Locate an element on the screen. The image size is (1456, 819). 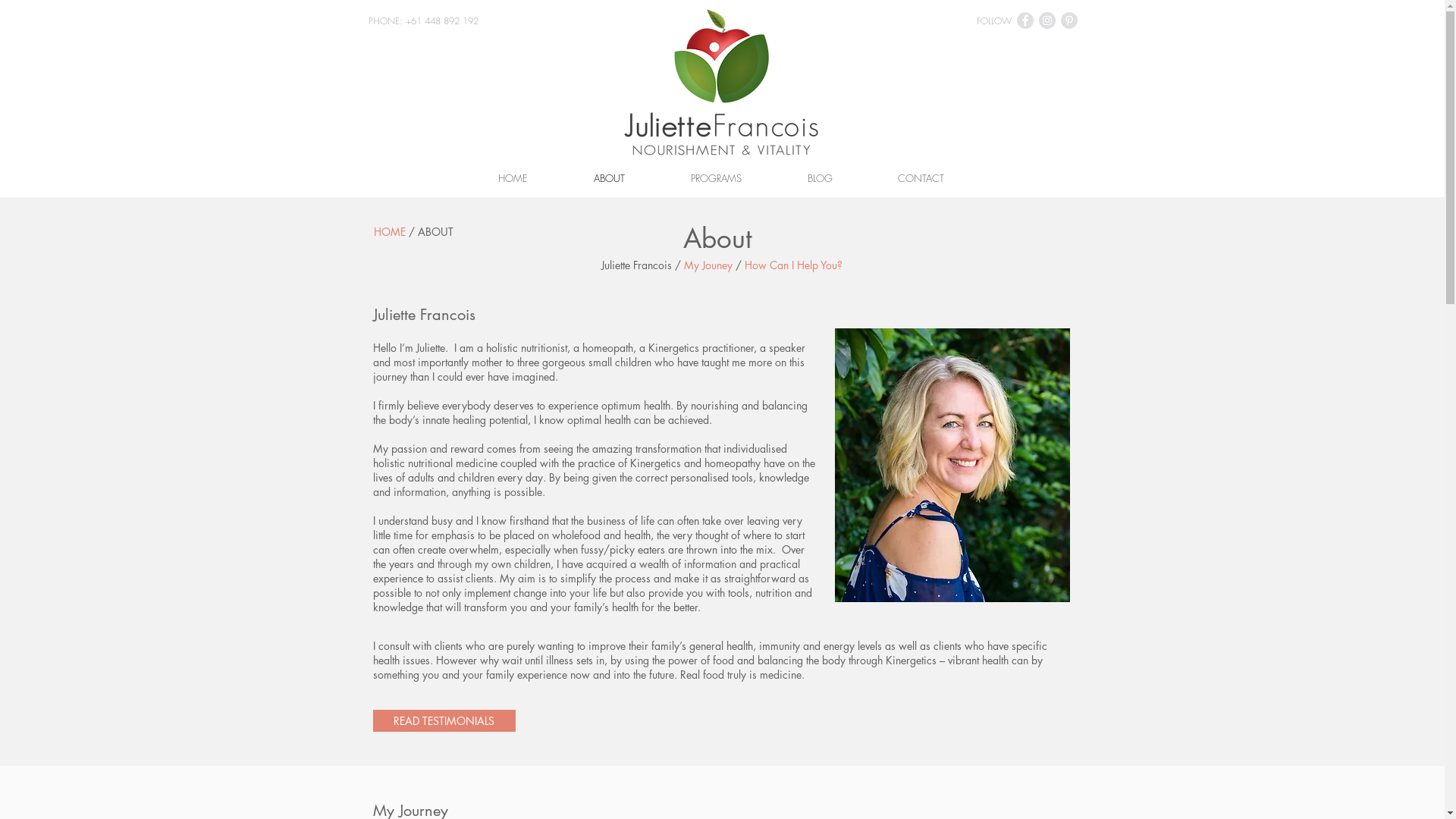
'HOME' is located at coordinates (372, 231).